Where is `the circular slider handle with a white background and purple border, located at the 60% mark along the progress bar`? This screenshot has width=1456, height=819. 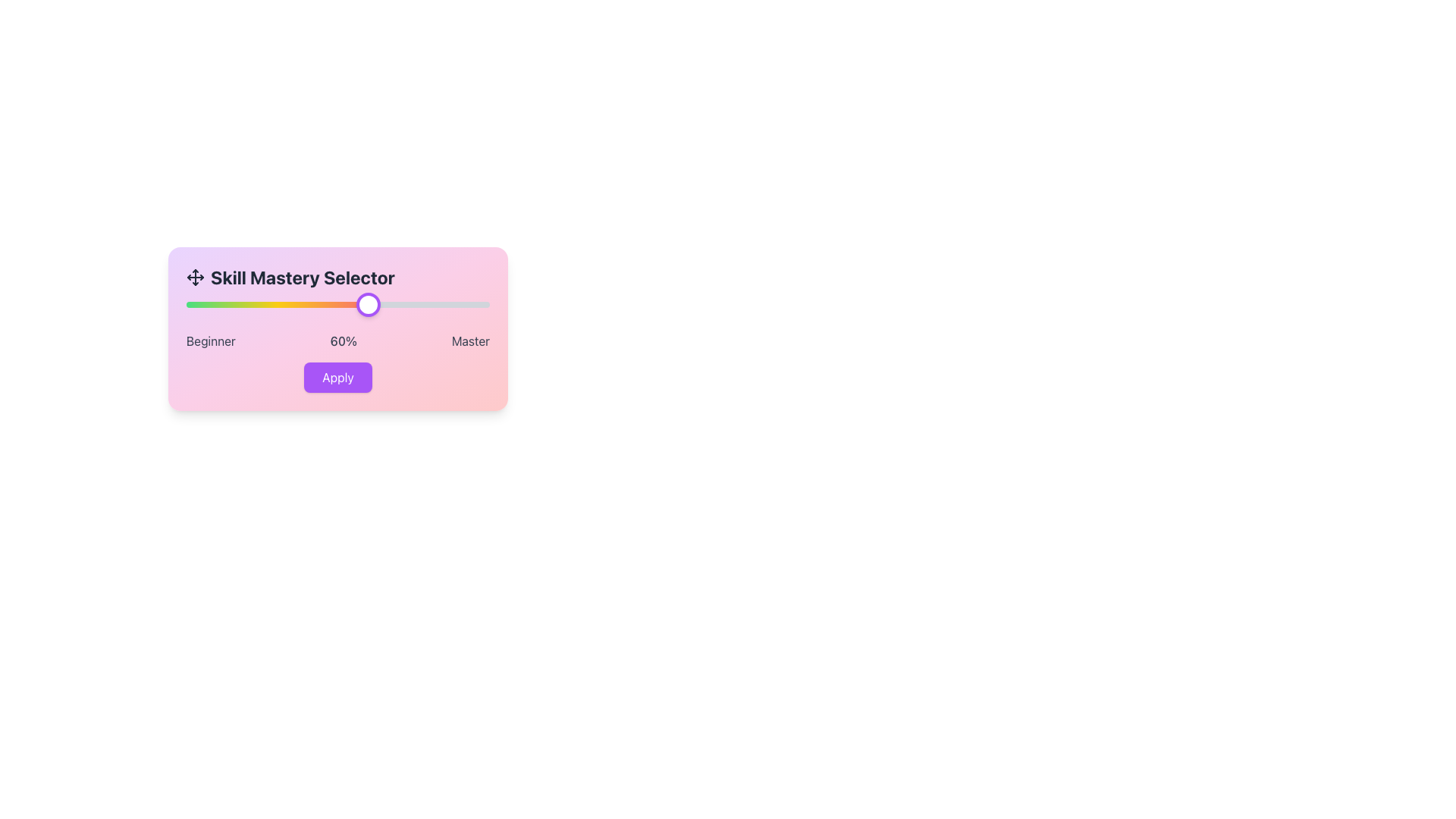
the circular slider handle with a white background and purple border, located at the 60% mark along the progress bar is located at coordinates (368, 304).